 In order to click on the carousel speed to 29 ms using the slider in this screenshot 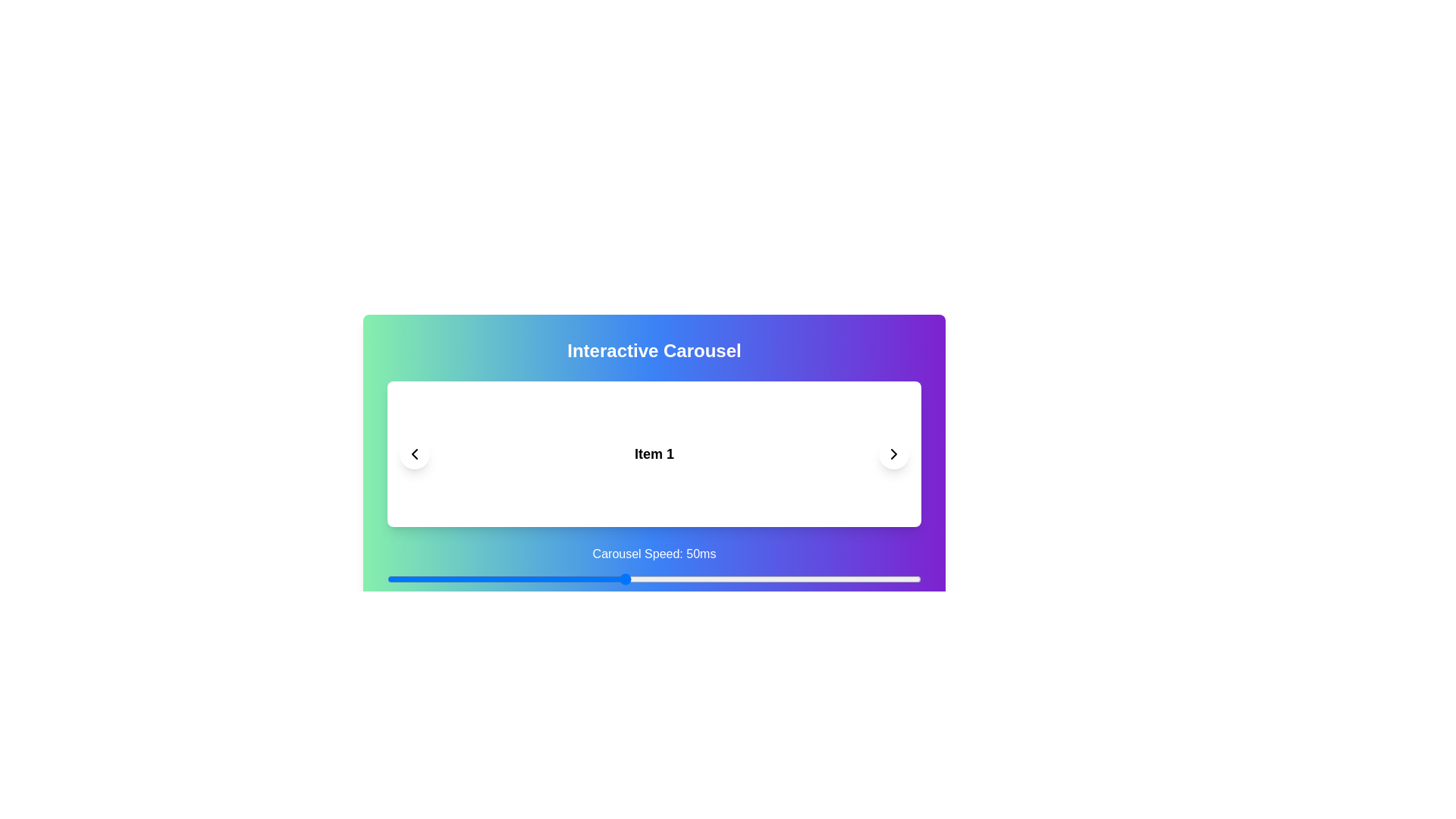, I will do `click(500, 579)`.